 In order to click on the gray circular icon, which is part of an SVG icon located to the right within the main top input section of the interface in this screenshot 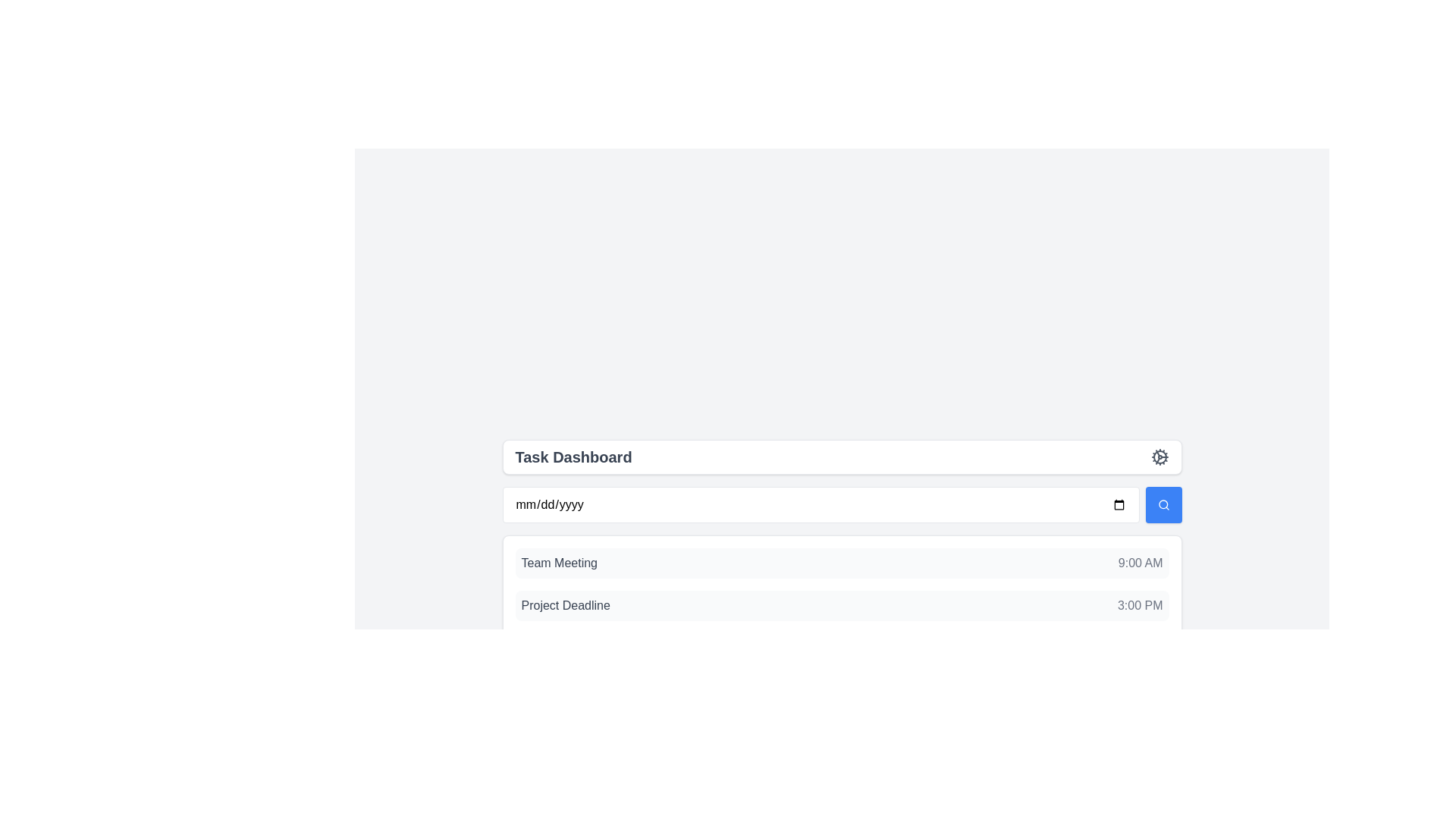, I will do `click(1159, 456)`.